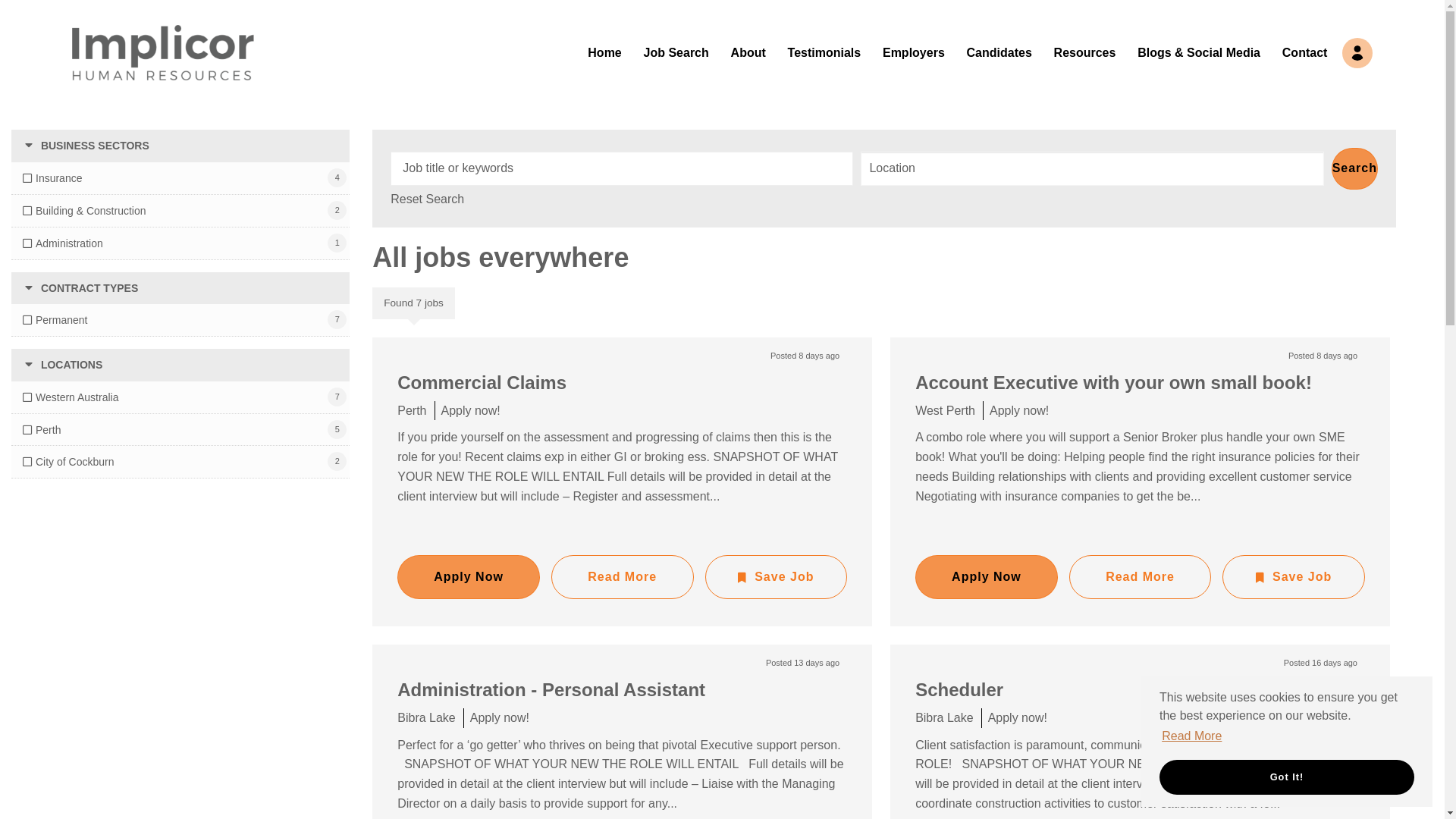 The image size is (1456, 819). Describe the element at coordinates (55, 318) in the screenshot. I see `'Permanent` at that location.